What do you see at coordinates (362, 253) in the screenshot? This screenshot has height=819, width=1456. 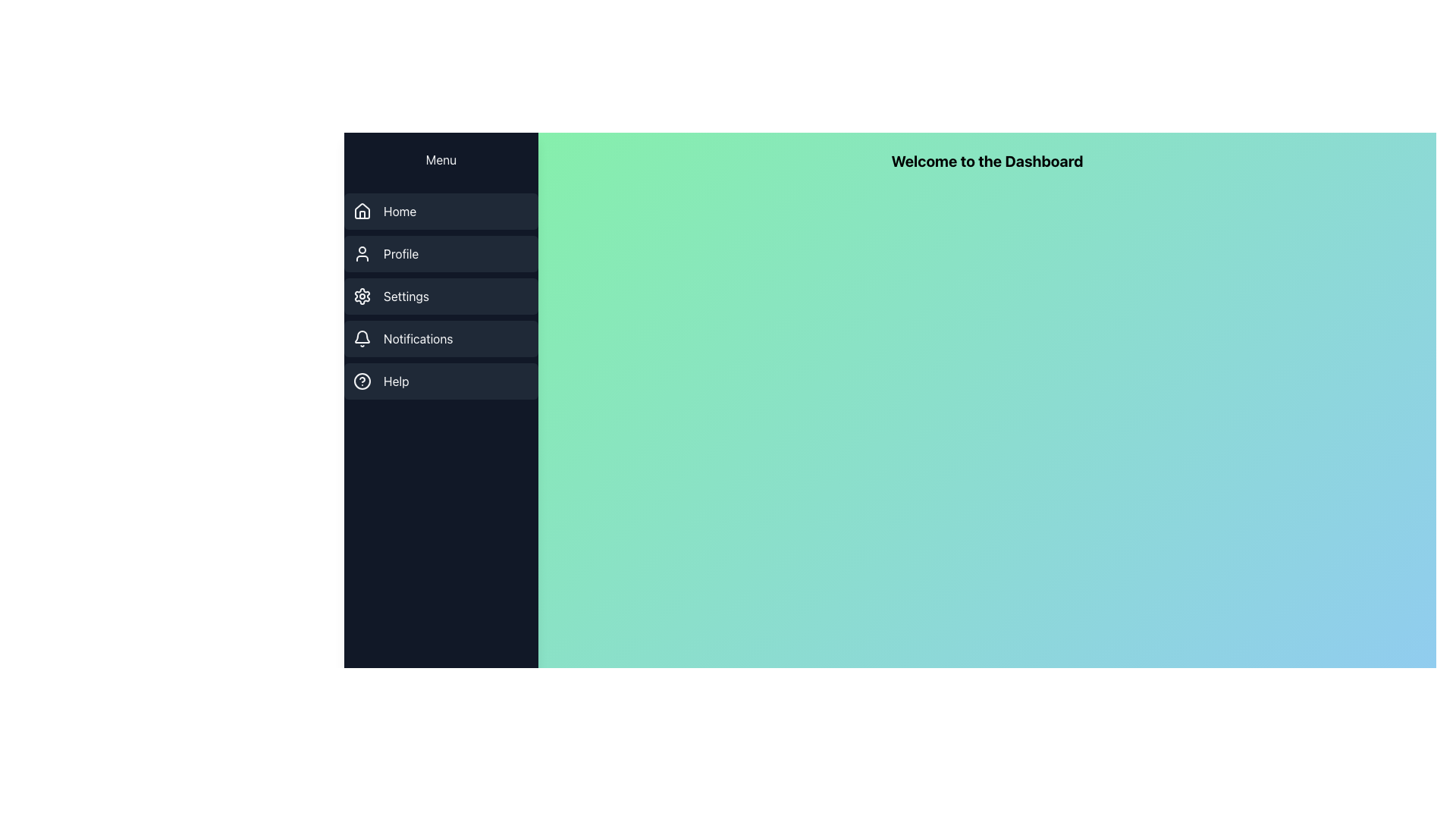 I see `the user icon outlined in gray, located to the left of the 'Profile' text in the vertical navigation menu` at bounding box center [362, 253].